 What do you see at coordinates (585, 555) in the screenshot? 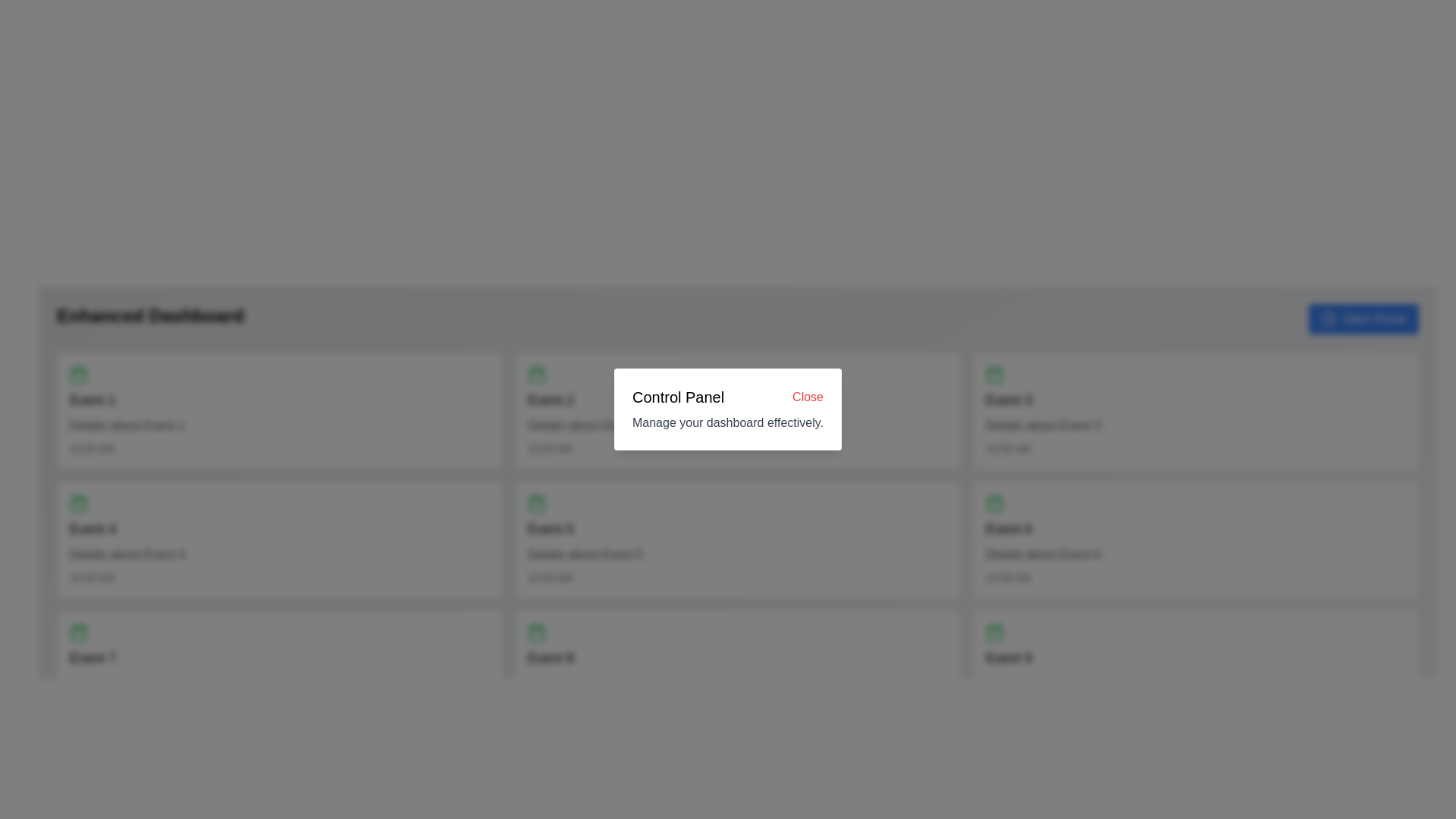
I see `the static textual content that describes 'Event 5', which is located within the event card, beneath the main title and above the event time` at bounding box center [585, 555].